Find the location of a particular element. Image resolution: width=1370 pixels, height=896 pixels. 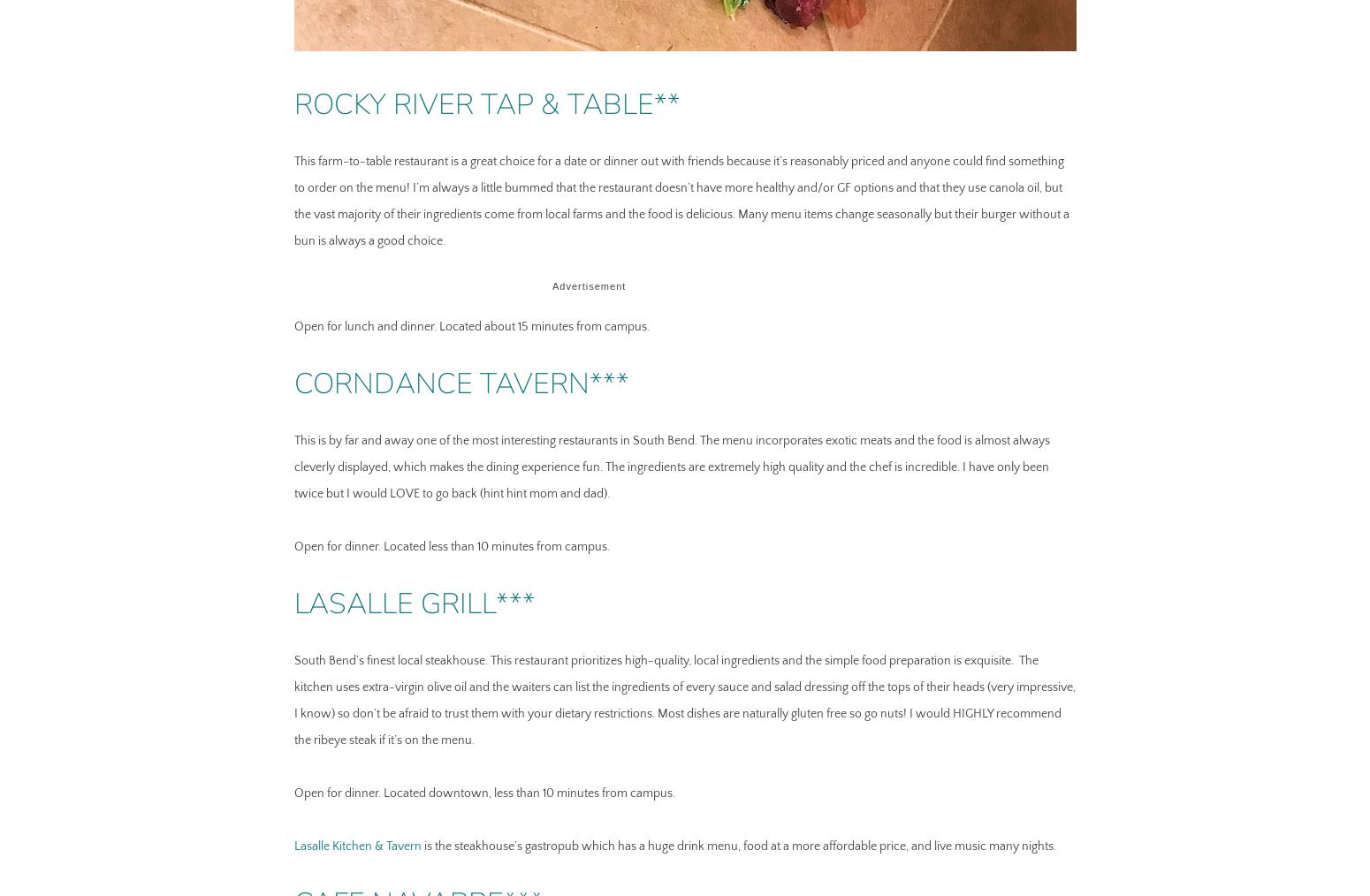

'This farm-to-table restaurant is a great choice for a date or dinner out with friends because it’s reasonably priced and anyone could find something to order on the menu! I’m always a little bummed that the restaurant doesn’t have more healthy and/or GF options and that they use canola oil, but the vast majority of their ingredients come from local farms and the food is delicious. Many menu items change seasonally but their burger without a bun is always a good choice.' is located at coordinates (293, 200).